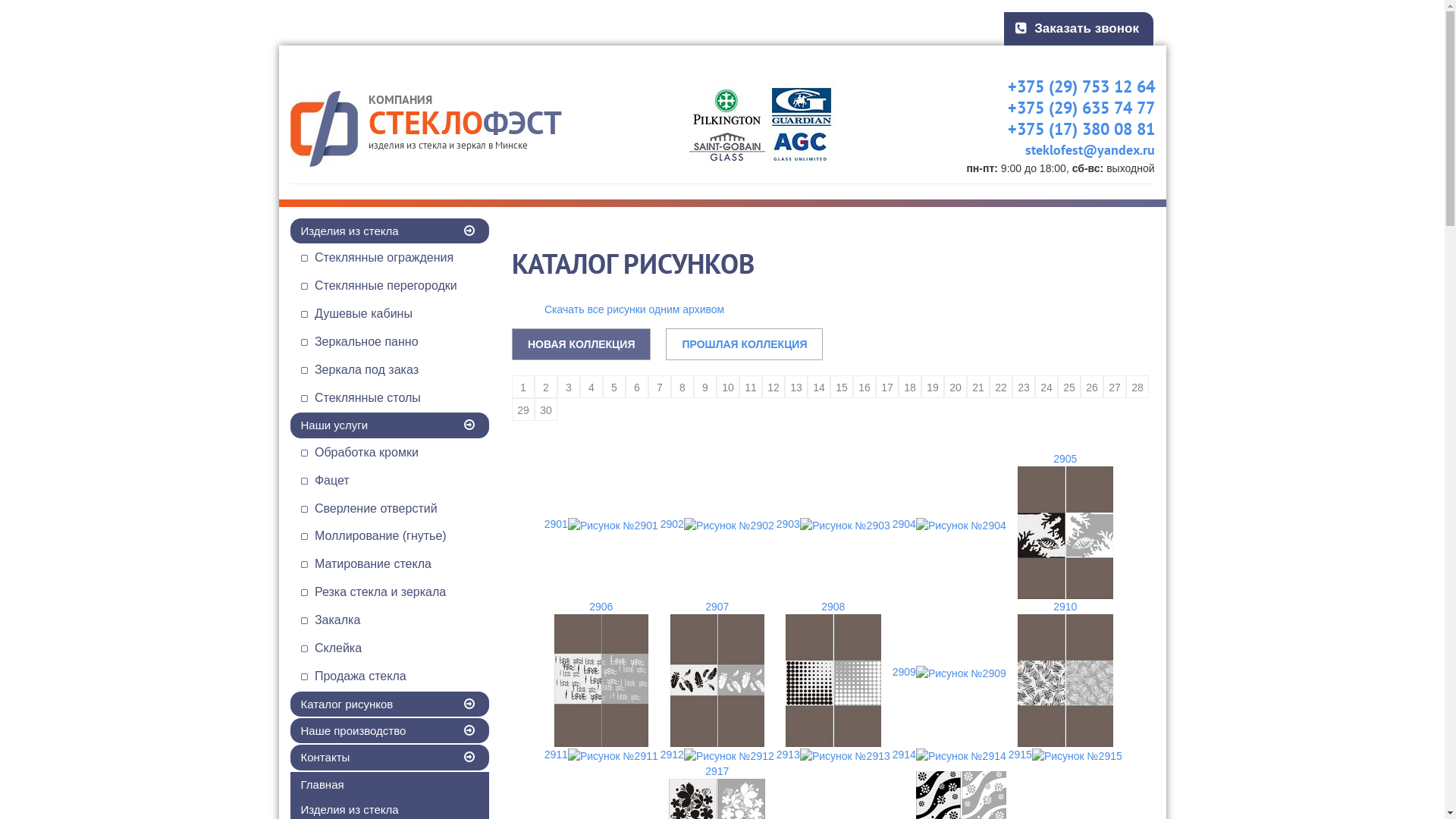 The width and height of the screenshot is (1456, 819). I want to click on '+375 (29) 753 12 64', so click(1067, 86).